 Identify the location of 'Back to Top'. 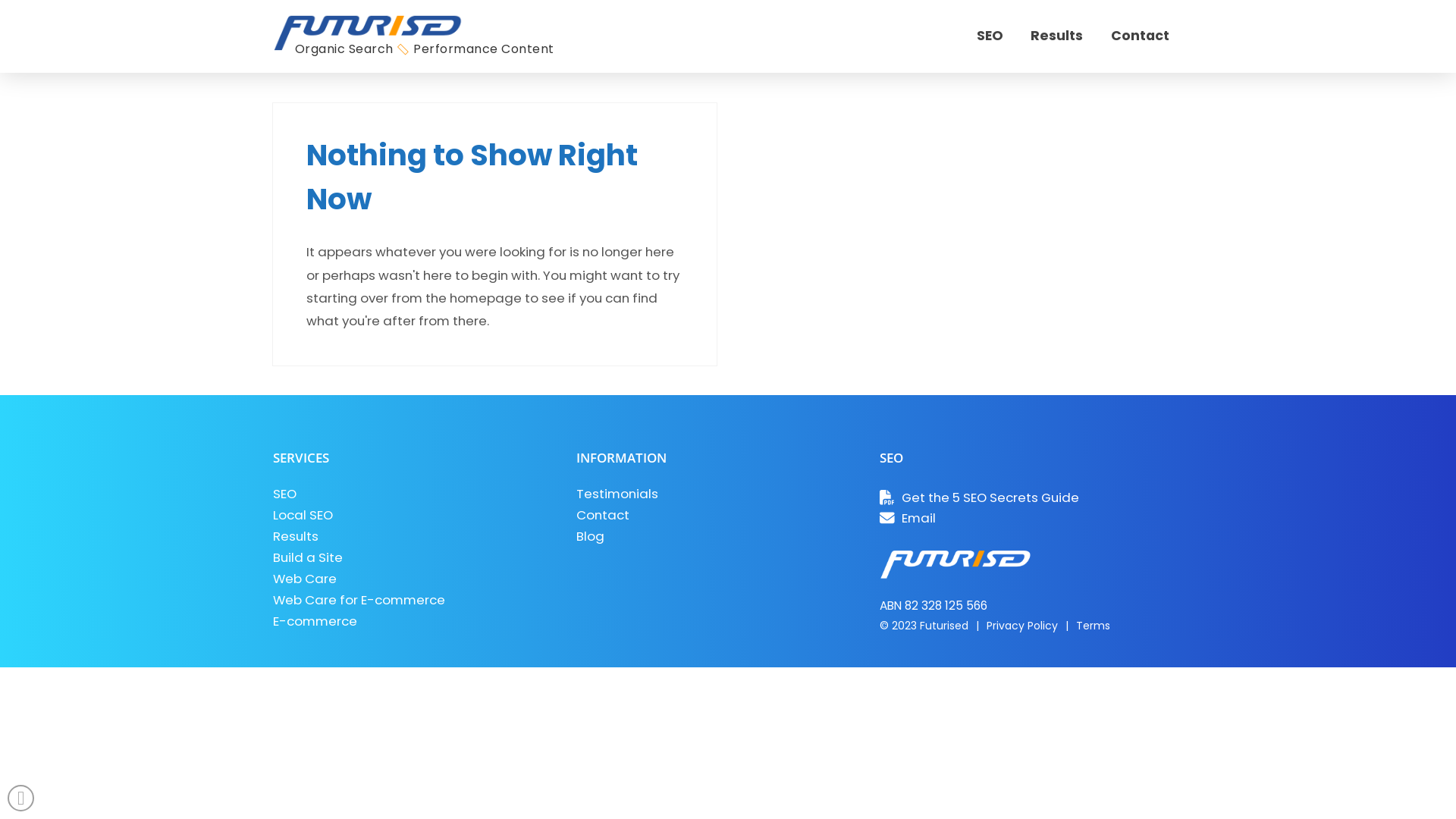
(20, 797).